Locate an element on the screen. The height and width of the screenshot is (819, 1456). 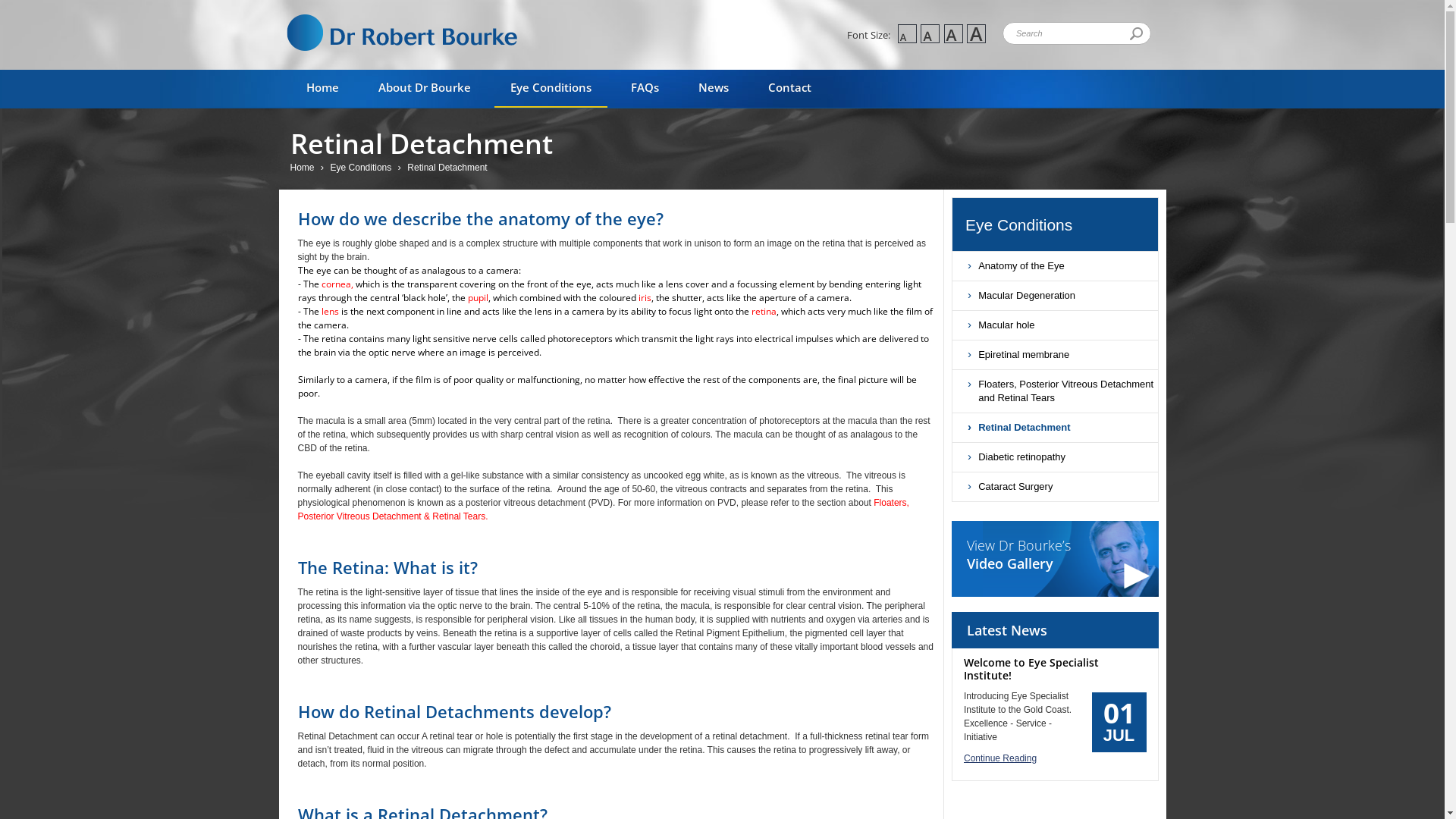
'Continue Reading' is located at coordinates (1054, 758).